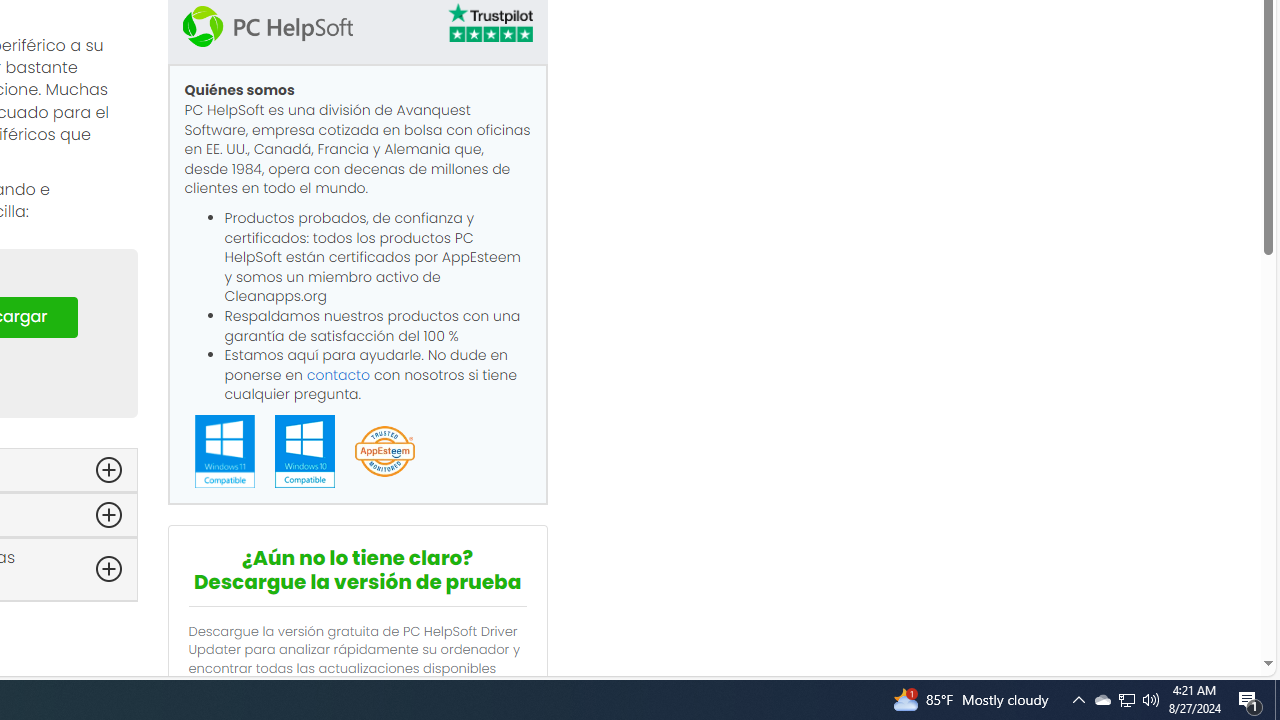 The width and height of the screenshot is (1280, 720). I want to click on 'App Esteem', so click(384, 452).